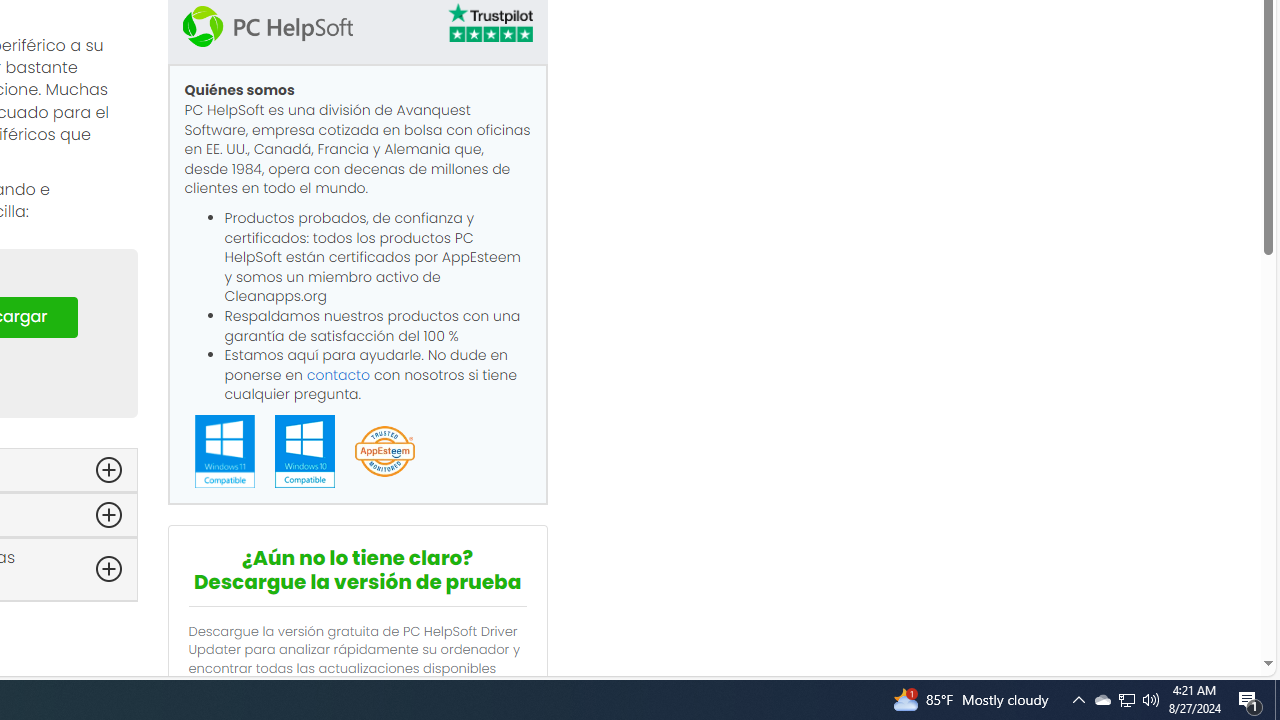 The width and height of the screenshot is (1280, 720). I want to click on 'App Esteem', so click(384, 452).